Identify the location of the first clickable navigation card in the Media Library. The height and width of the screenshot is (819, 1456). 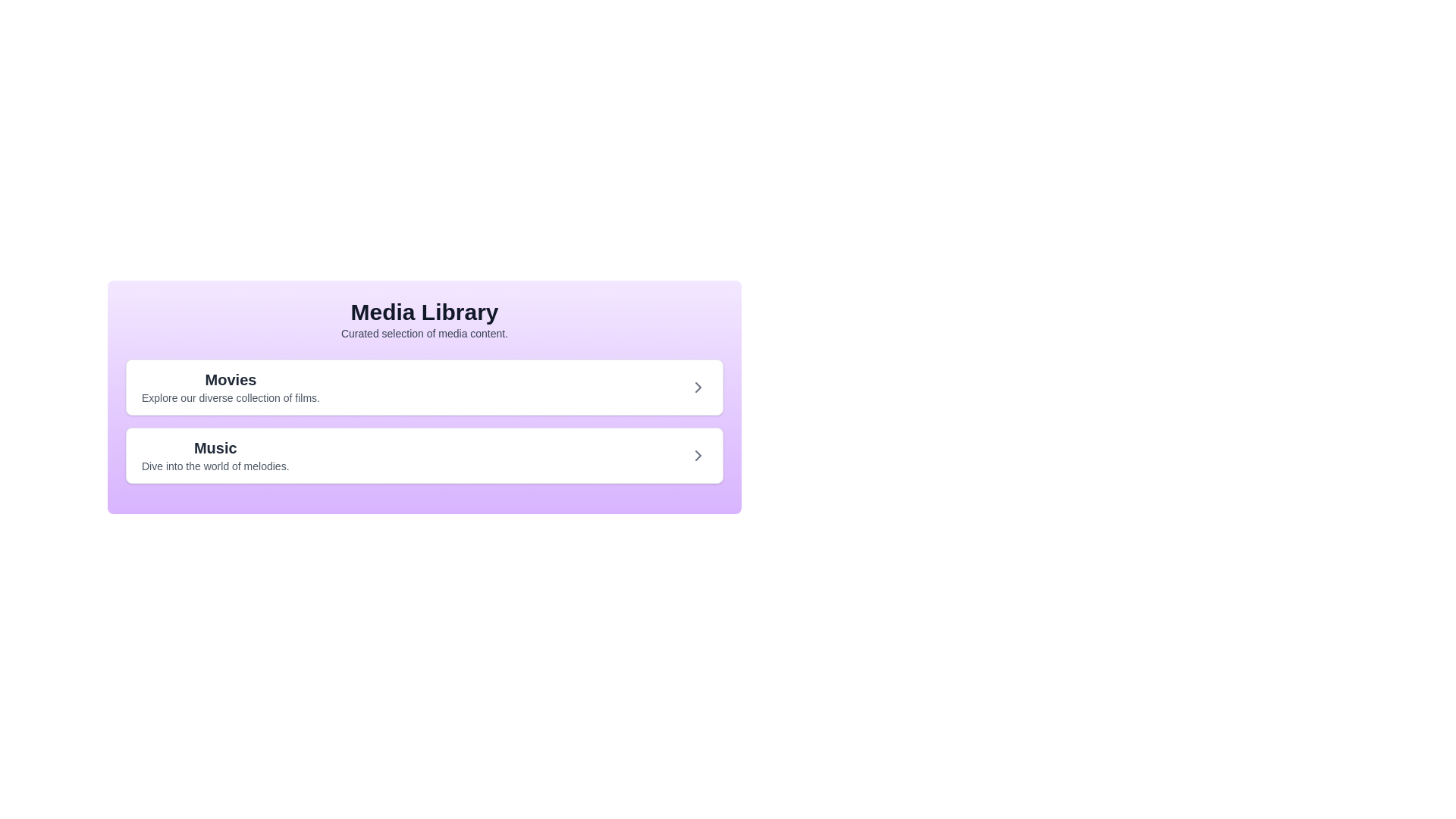
(425, 386).